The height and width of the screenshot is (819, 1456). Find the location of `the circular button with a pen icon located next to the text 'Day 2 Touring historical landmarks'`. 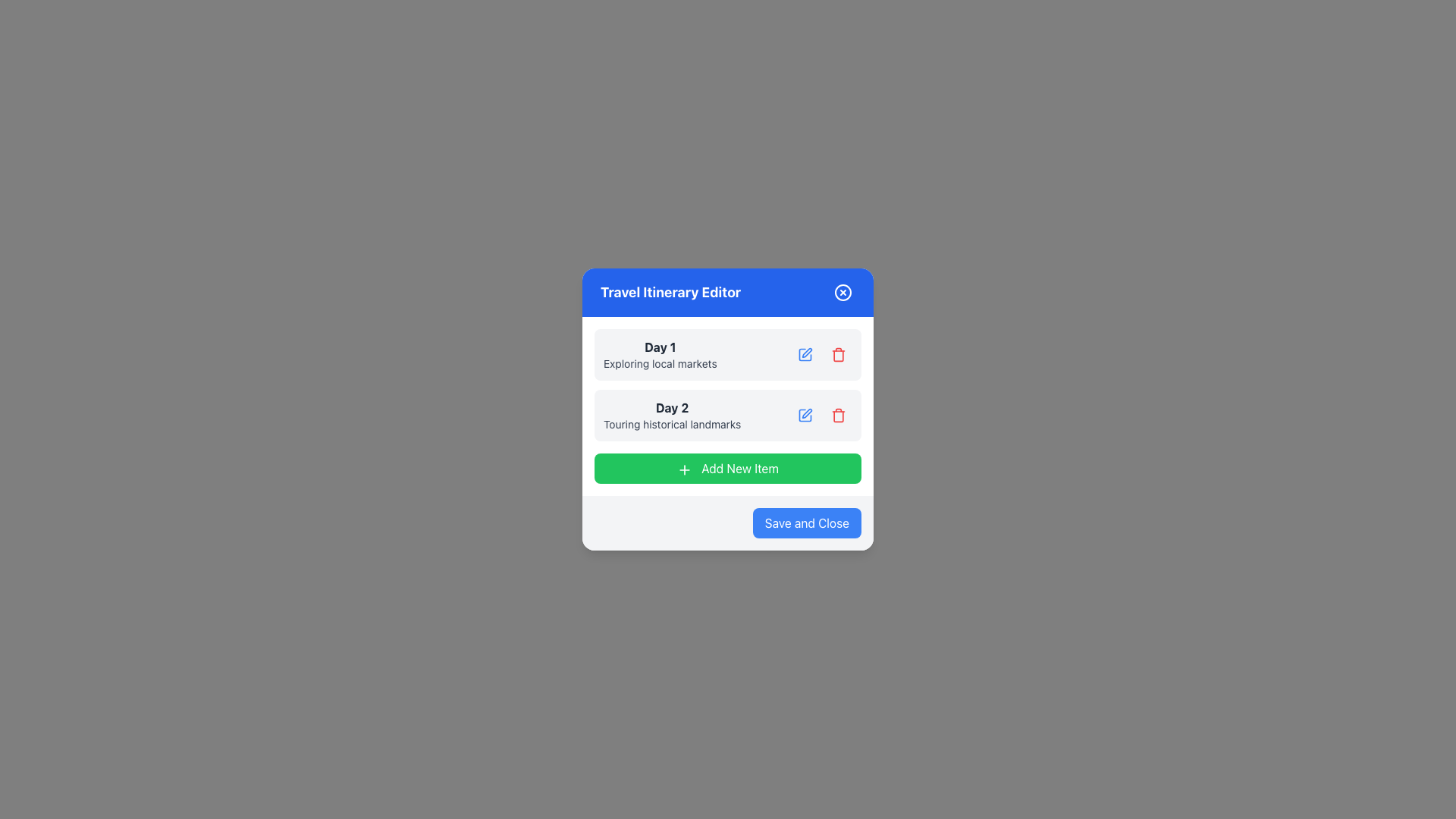

the circular button with a pen icon located next to the text 'Day 2 Touring historical landmarks' is located at coordinates (804, 415).